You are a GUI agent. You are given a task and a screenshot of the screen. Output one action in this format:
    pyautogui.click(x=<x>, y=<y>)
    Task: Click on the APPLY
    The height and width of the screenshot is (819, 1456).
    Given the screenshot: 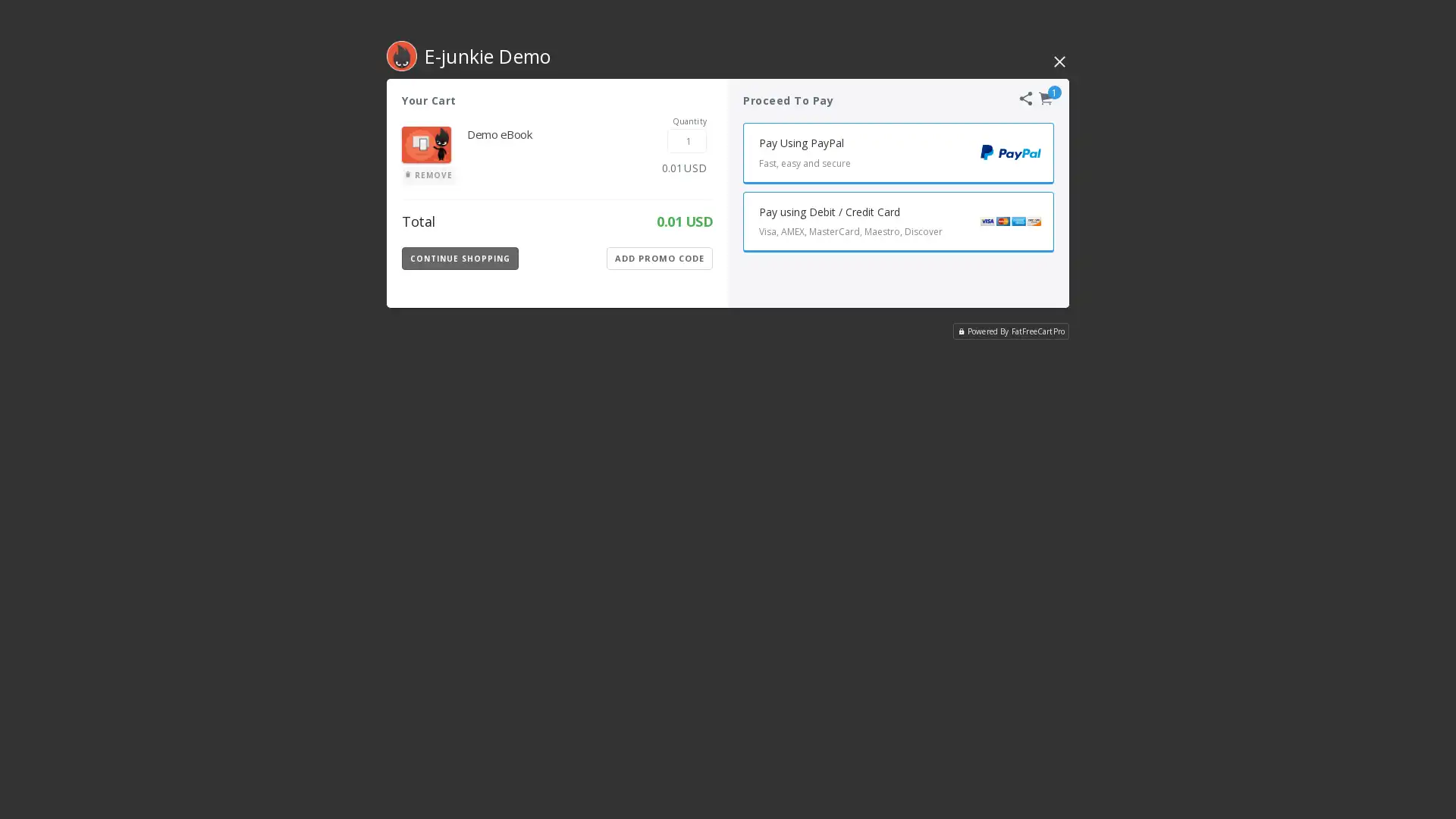 What is the action you would take?
    pyautogui.click(x=673, y=256)
    